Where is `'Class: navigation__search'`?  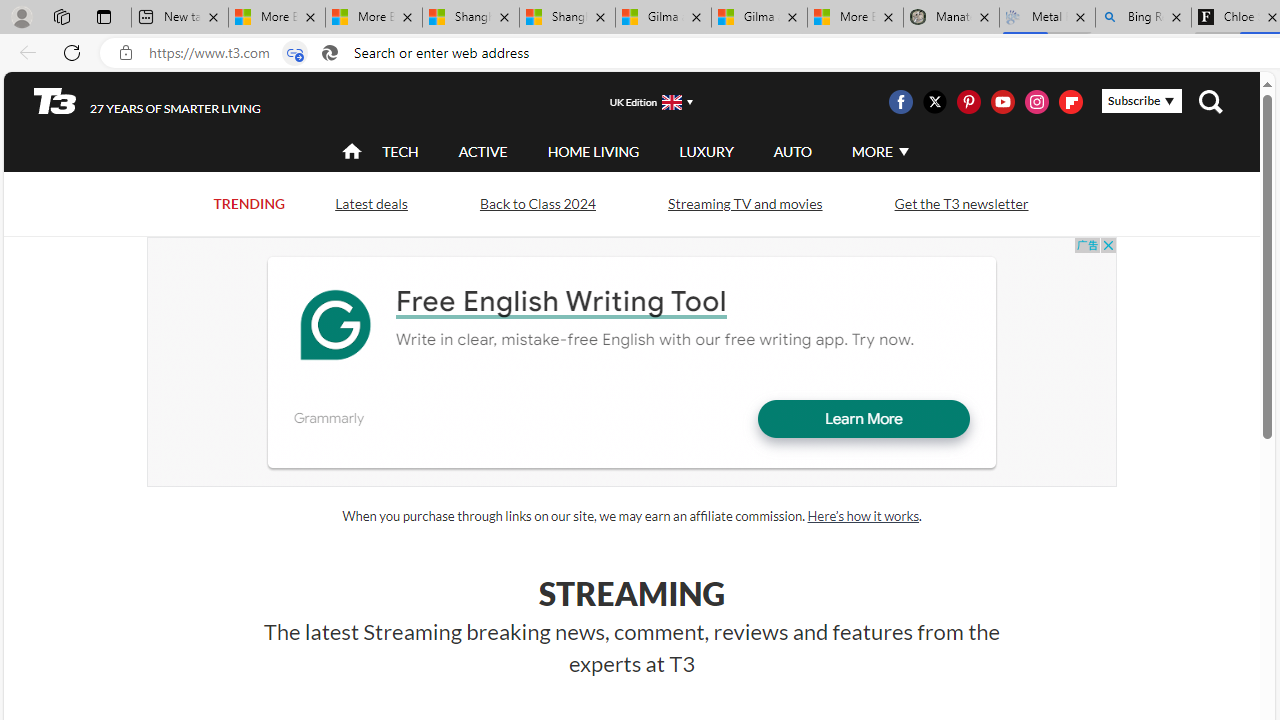 'Class: navigation__search' is located at coordinates (1209, 101).